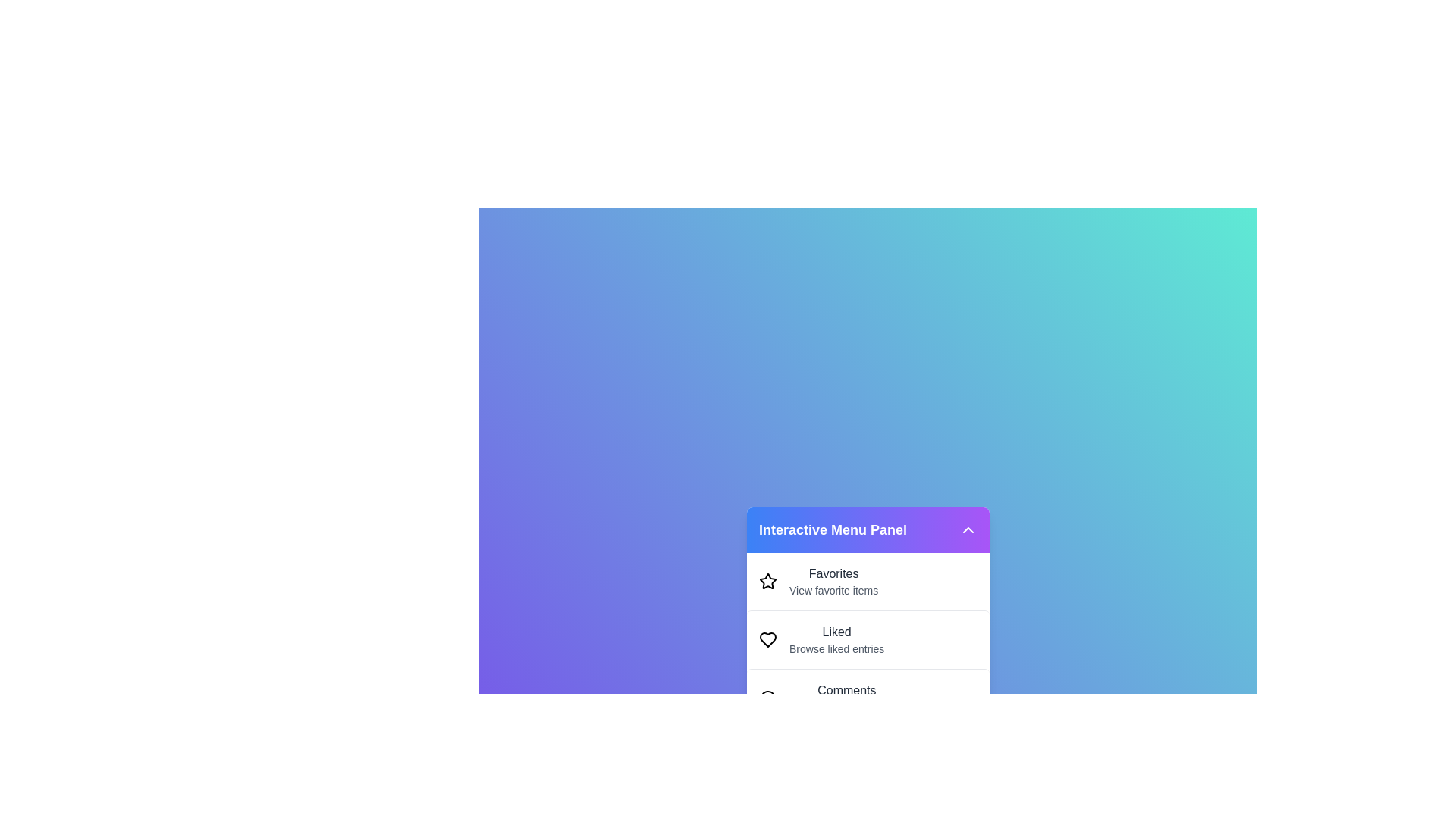 This screenshot has height=819, width=1456. I want to click on the descriptive text of the menu item Liked, so click(836, 632).